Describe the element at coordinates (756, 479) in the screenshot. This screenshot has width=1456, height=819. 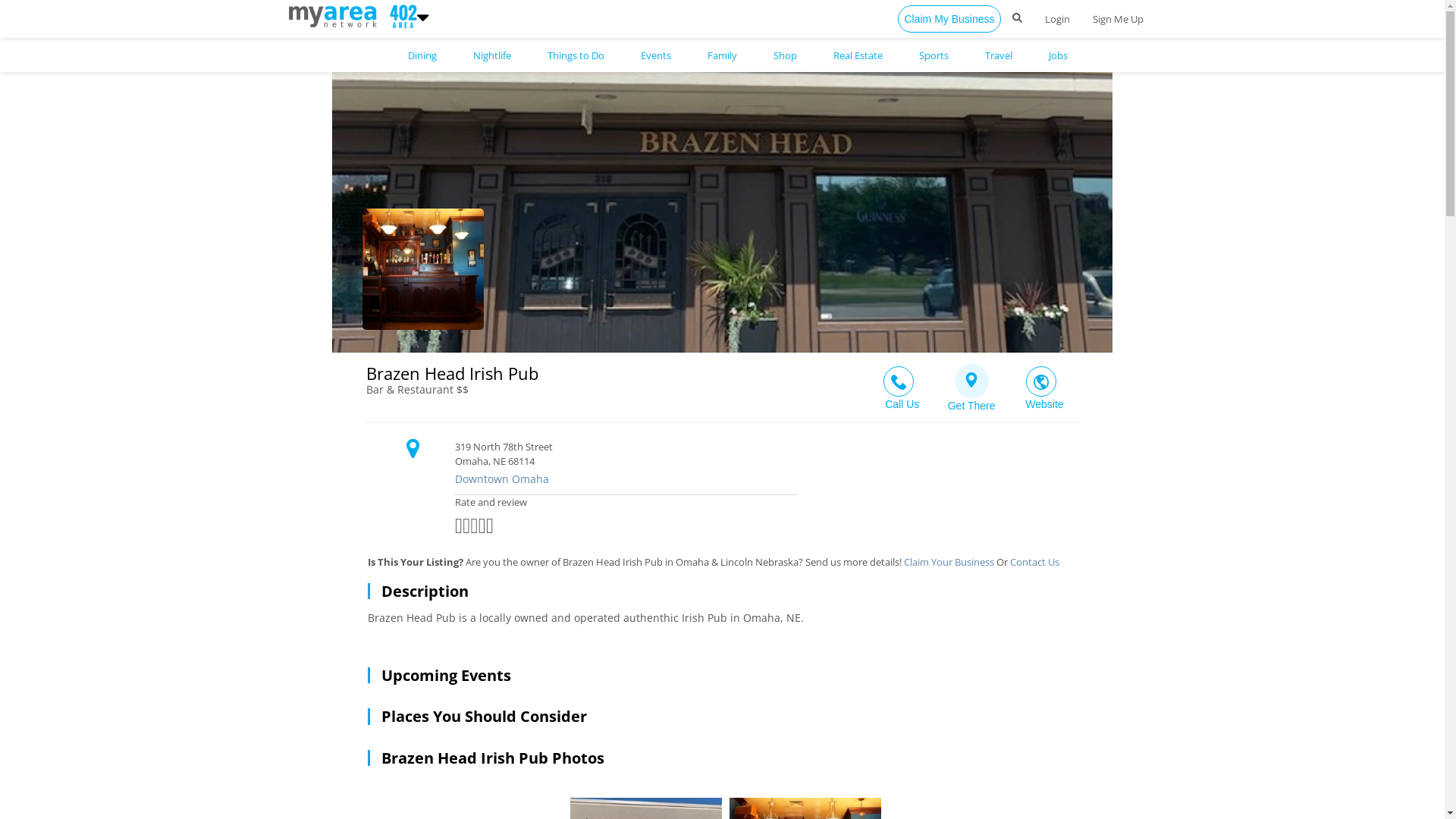
I see `'Downtown Omaha'` at that location.